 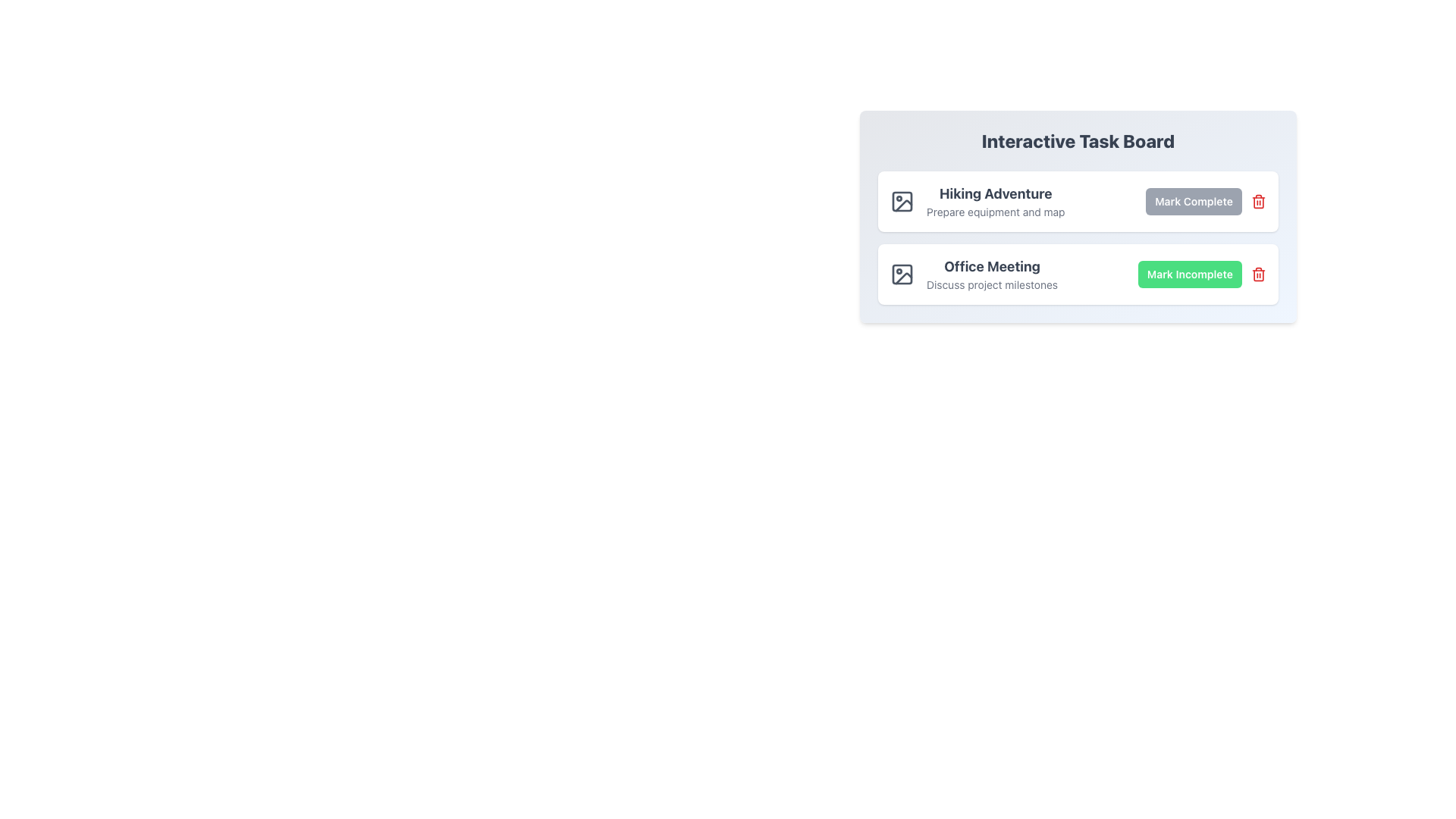 I want to click on the Text block that serves as the header and description for the task labeled 'Office Meeting', located in the second item of the vertical list within the card labeled 'Interactive Task Board', so click(x=974, y=275).